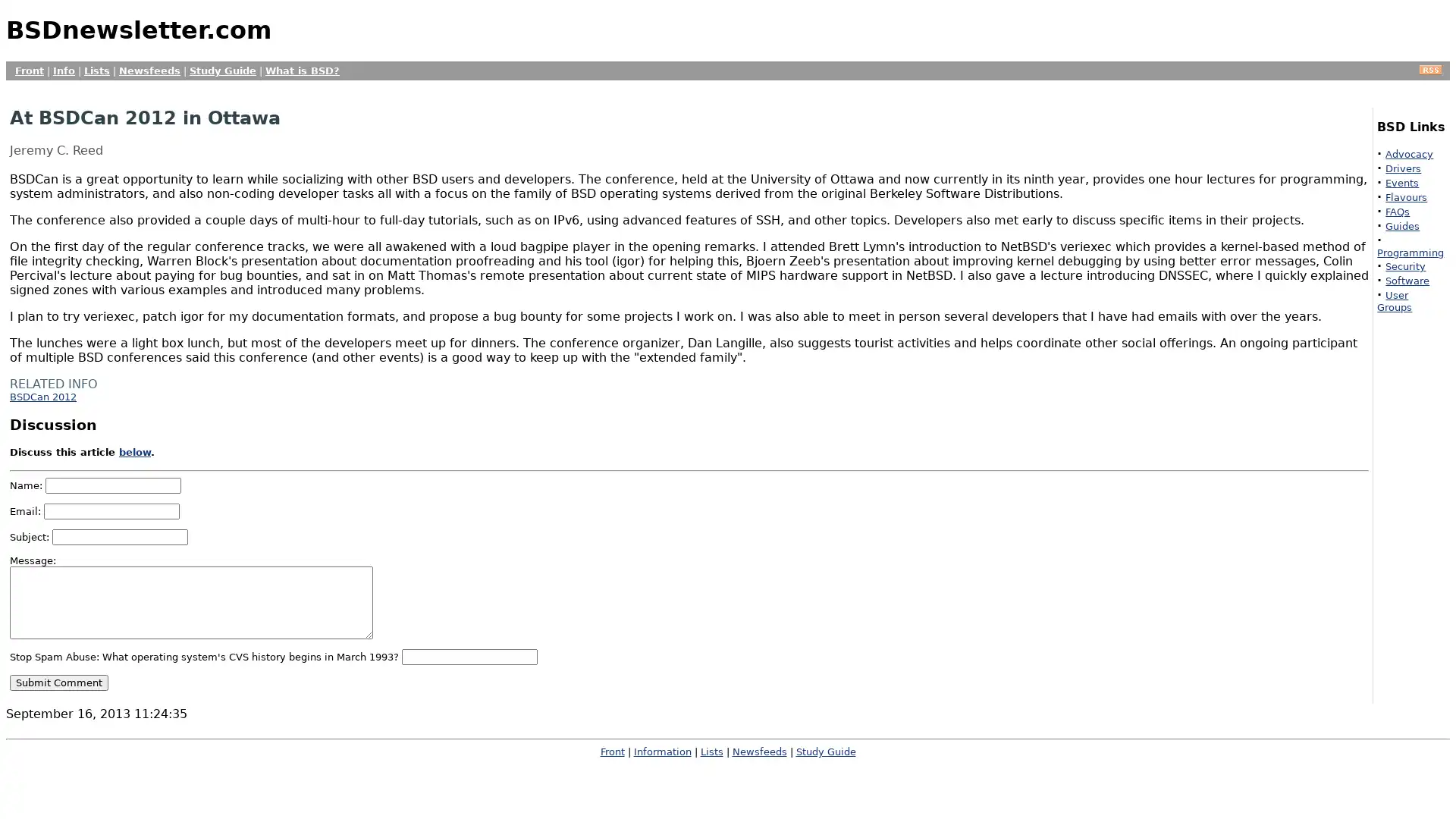 Image resolution: width=1456 pixels, height=819 pixels. What do you see at coordinates (58, 682) in the screenshot?
I see `Submit Comment` at bounding box center [58, 682].